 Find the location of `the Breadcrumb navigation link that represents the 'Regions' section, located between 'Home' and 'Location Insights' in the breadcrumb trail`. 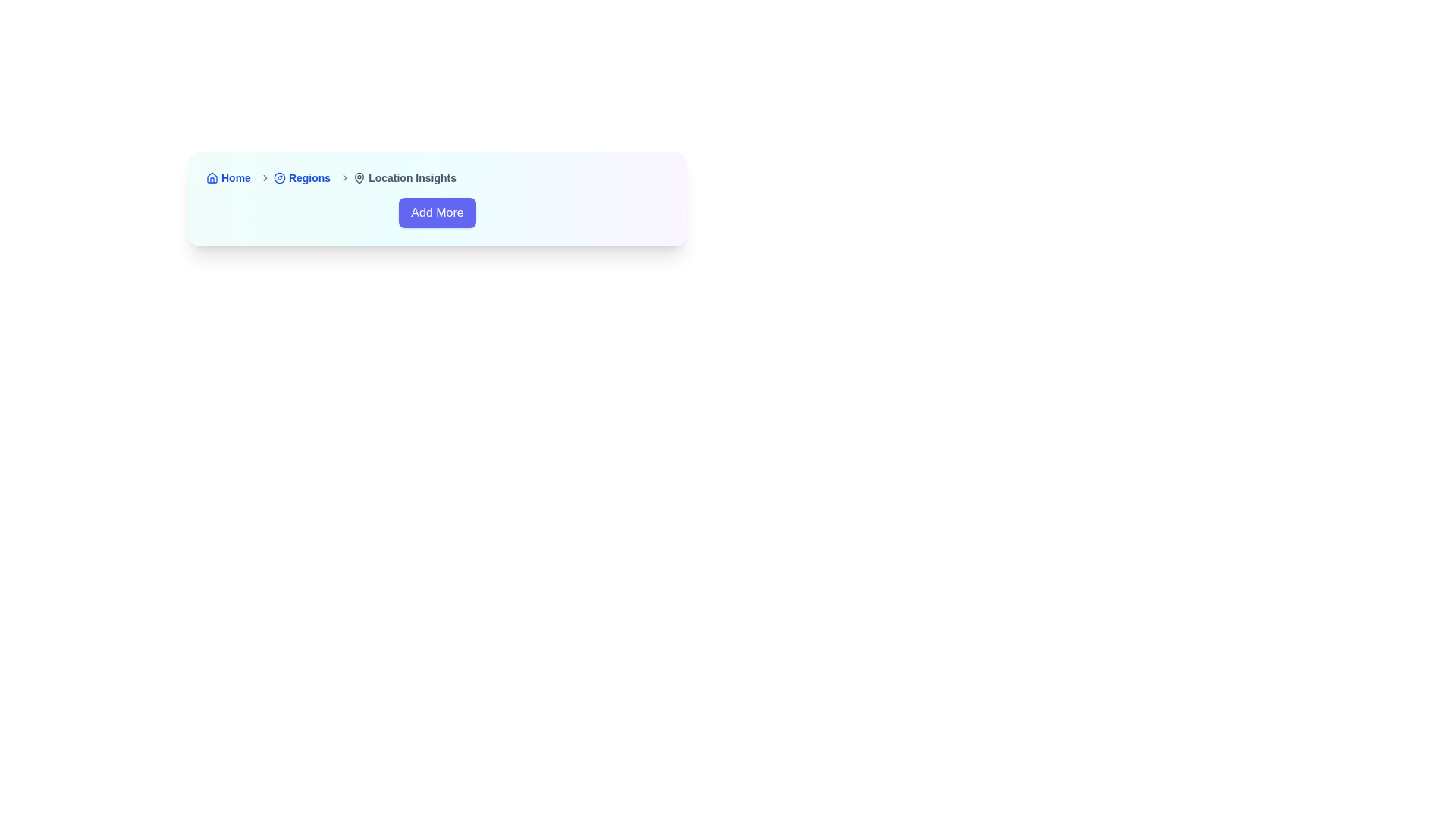

the Breadcrumb navigation link that represents the 'Regions' section, located between 'Home' and 'Location Insights' in the breadcrumb trail is located at coordinates (293, 177).